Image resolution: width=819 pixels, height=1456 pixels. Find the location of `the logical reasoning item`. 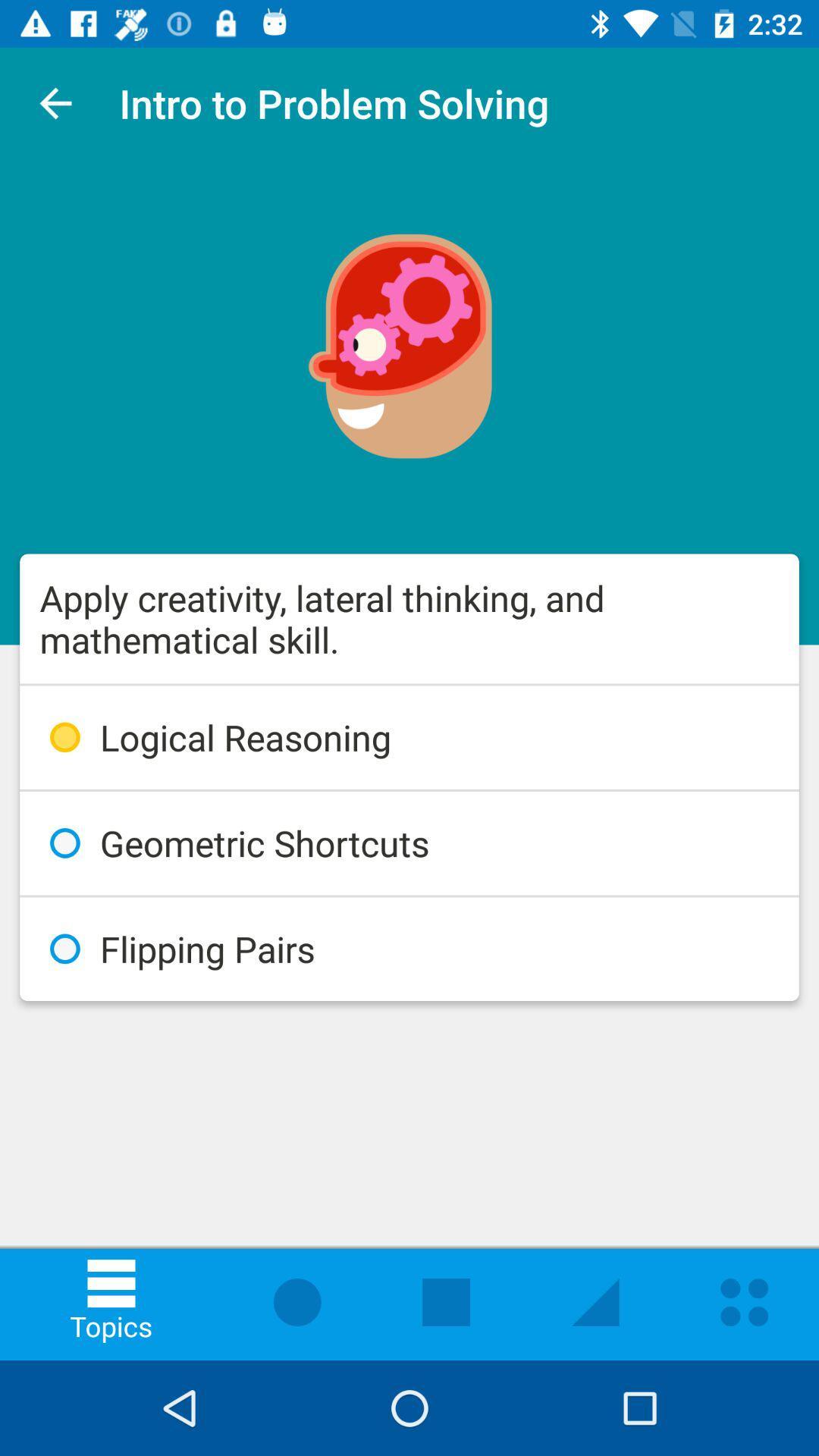

the logical reasoning item is located at coordinates (409, 737).